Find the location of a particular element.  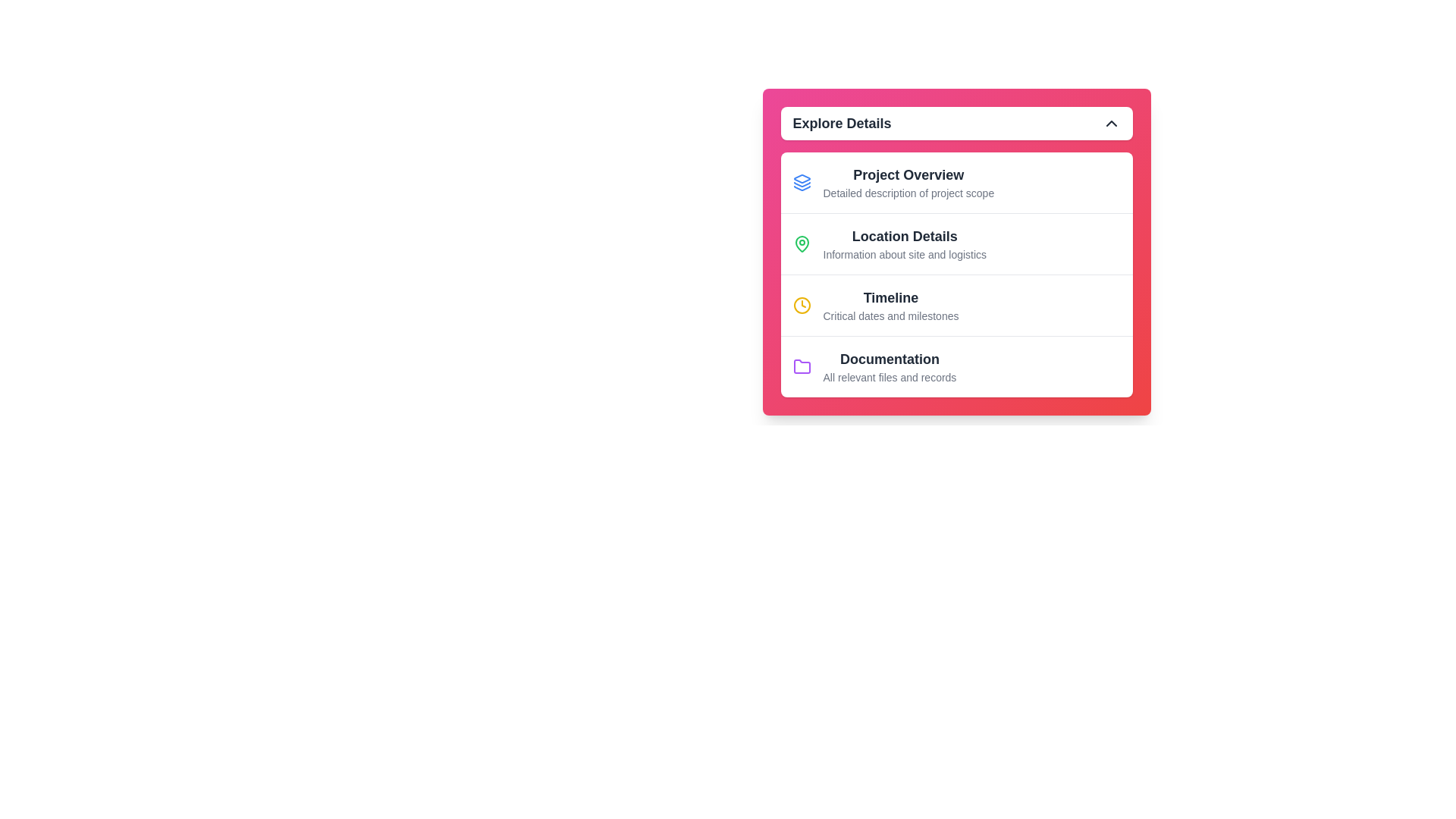

the chevron icon button located in the header section of the 'Explore Details' card is located at coordinates (1111, 122).